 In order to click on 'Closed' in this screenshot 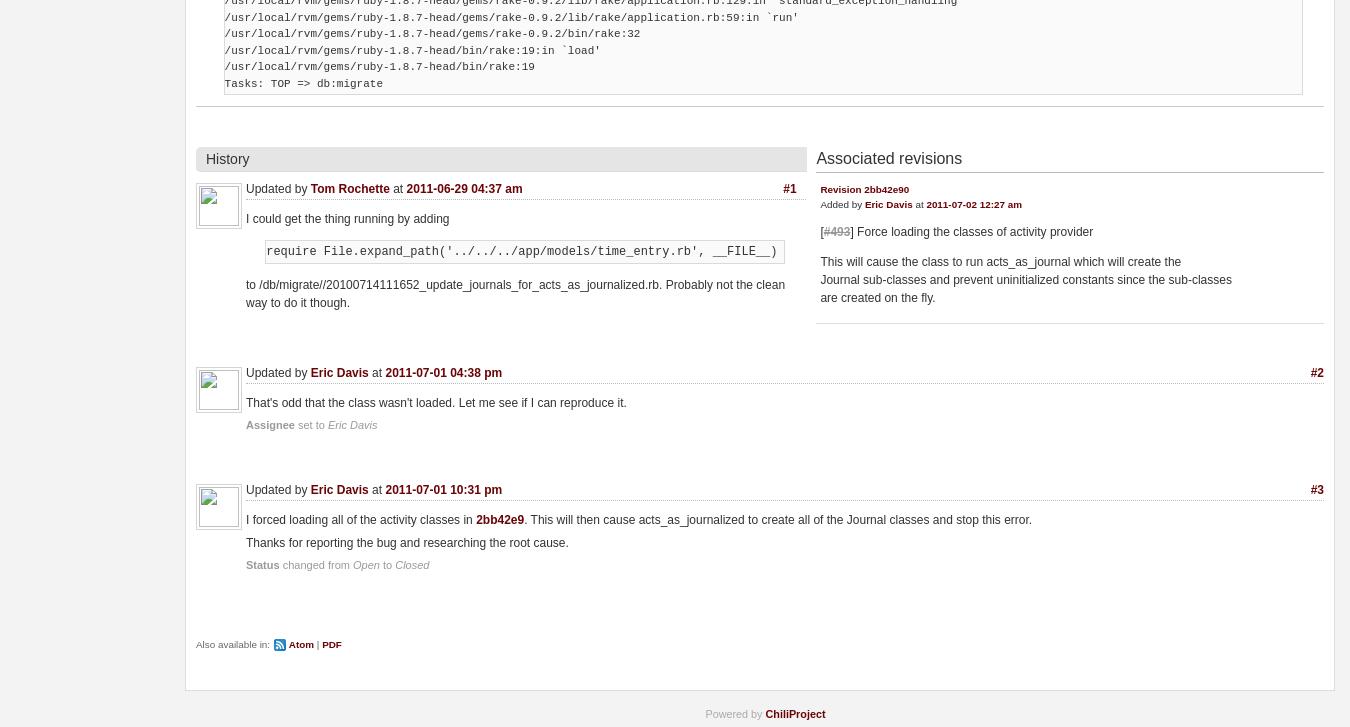, I will do `click(412, 563)`.